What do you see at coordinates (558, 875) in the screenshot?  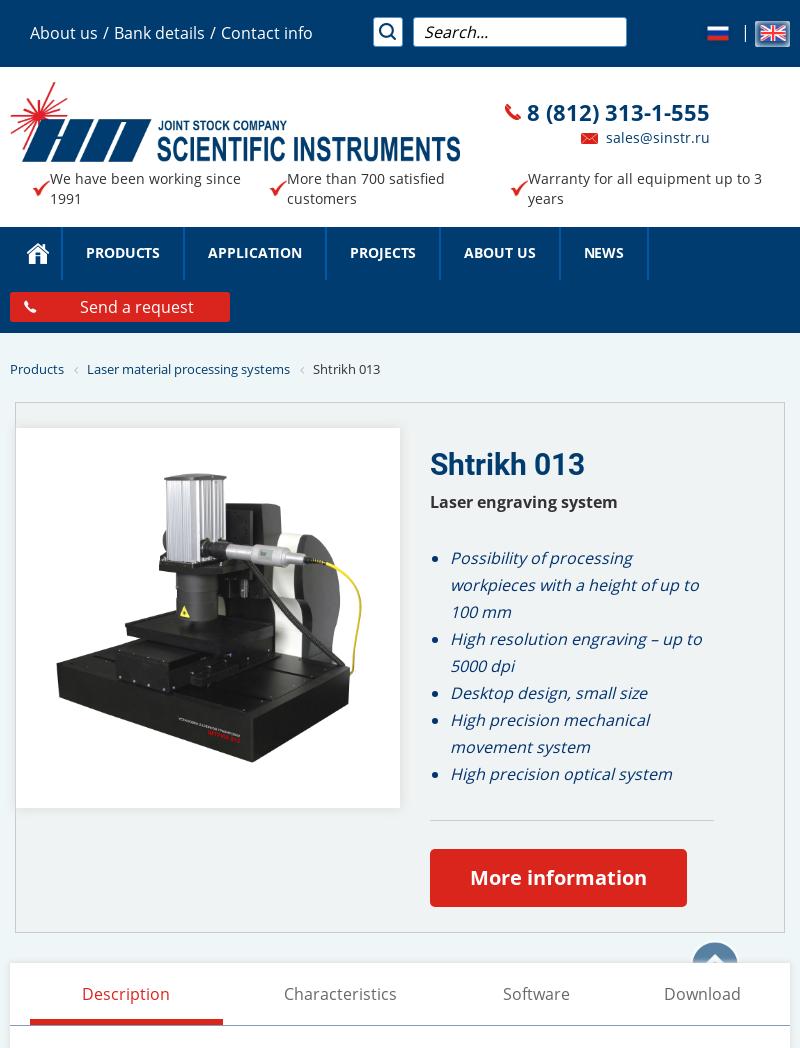 I see `'More information'` at bounding box center [558, 875].